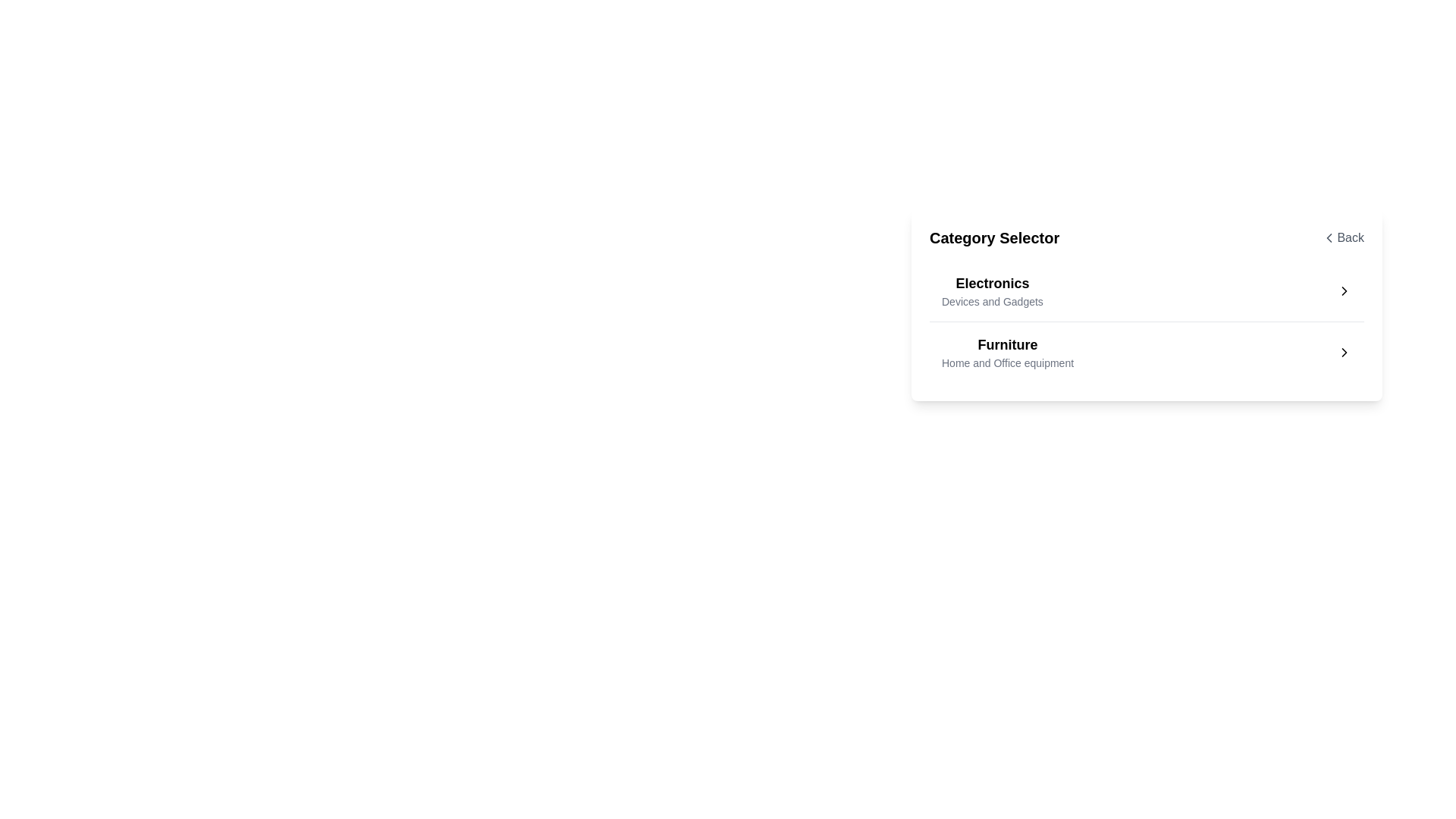 The width and height of the screenshot is (1456, 819). I want to click on the Text label providing additional descriptive information about the 'Furniture' category, which is positioned directly below the 'Furniture' text element in the category selection interface, so click(1008, 362).